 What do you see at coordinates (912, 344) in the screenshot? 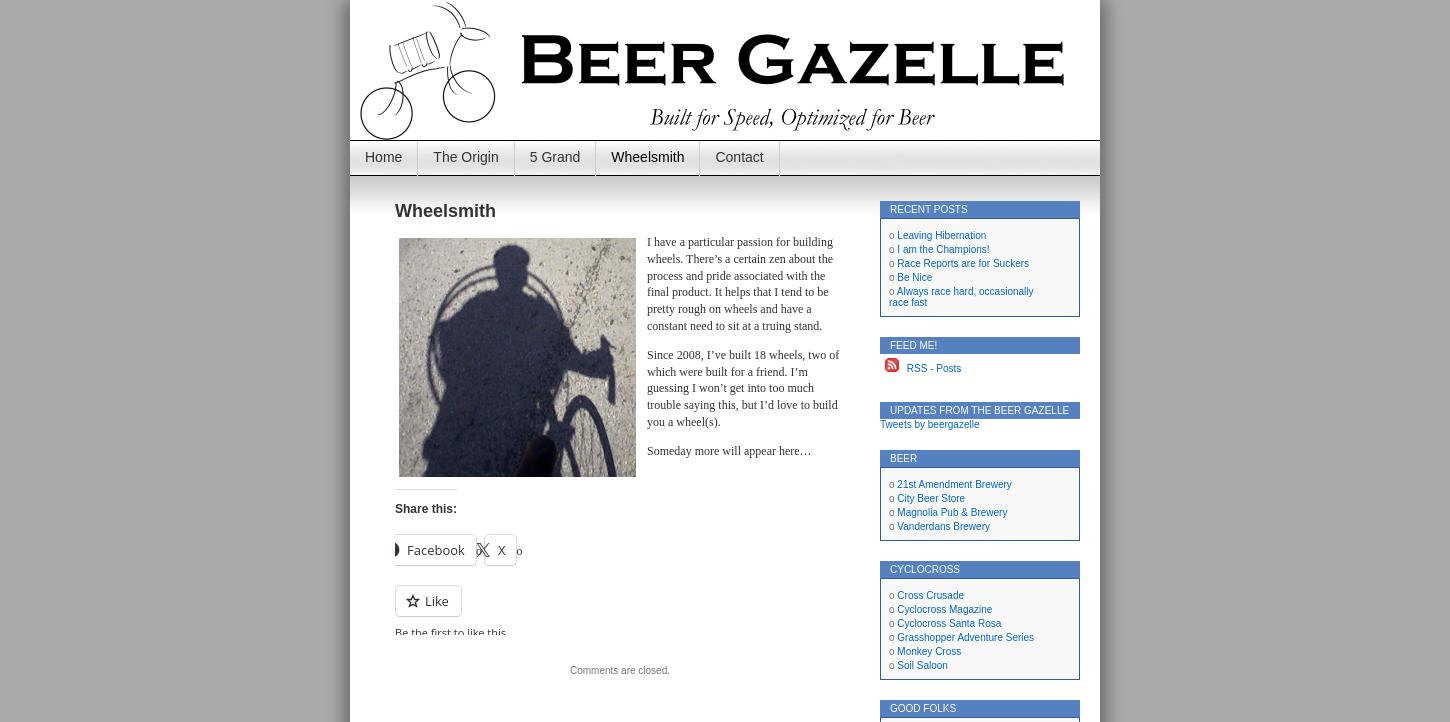
I see `'Feed Me!'` at bounding box center [912, 344].